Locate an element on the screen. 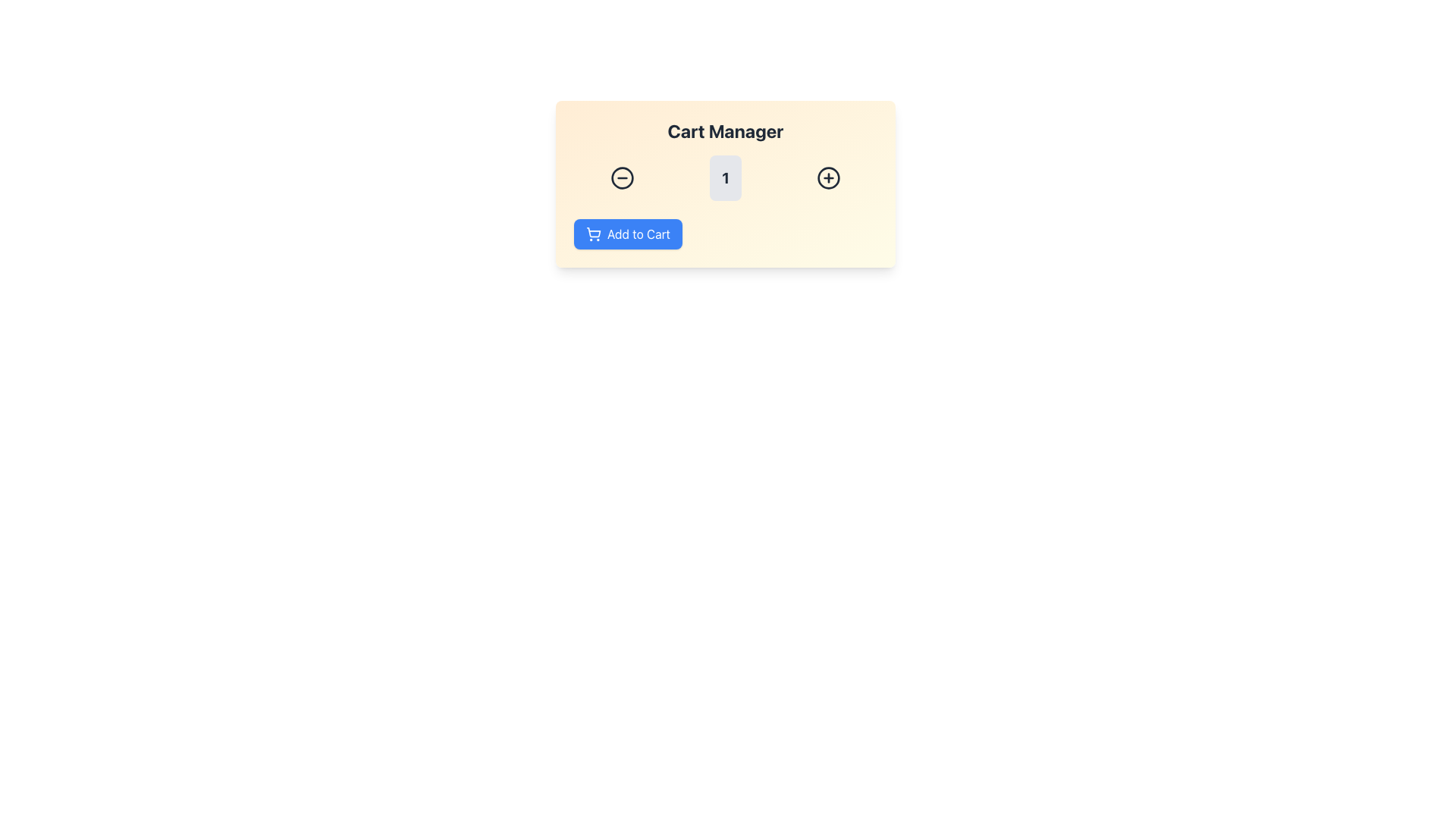 This screenshot has height=819, width=1456. the circular minus button located in the 'Cart Manager' section to decrement the value is located at coordinates (622, 177).